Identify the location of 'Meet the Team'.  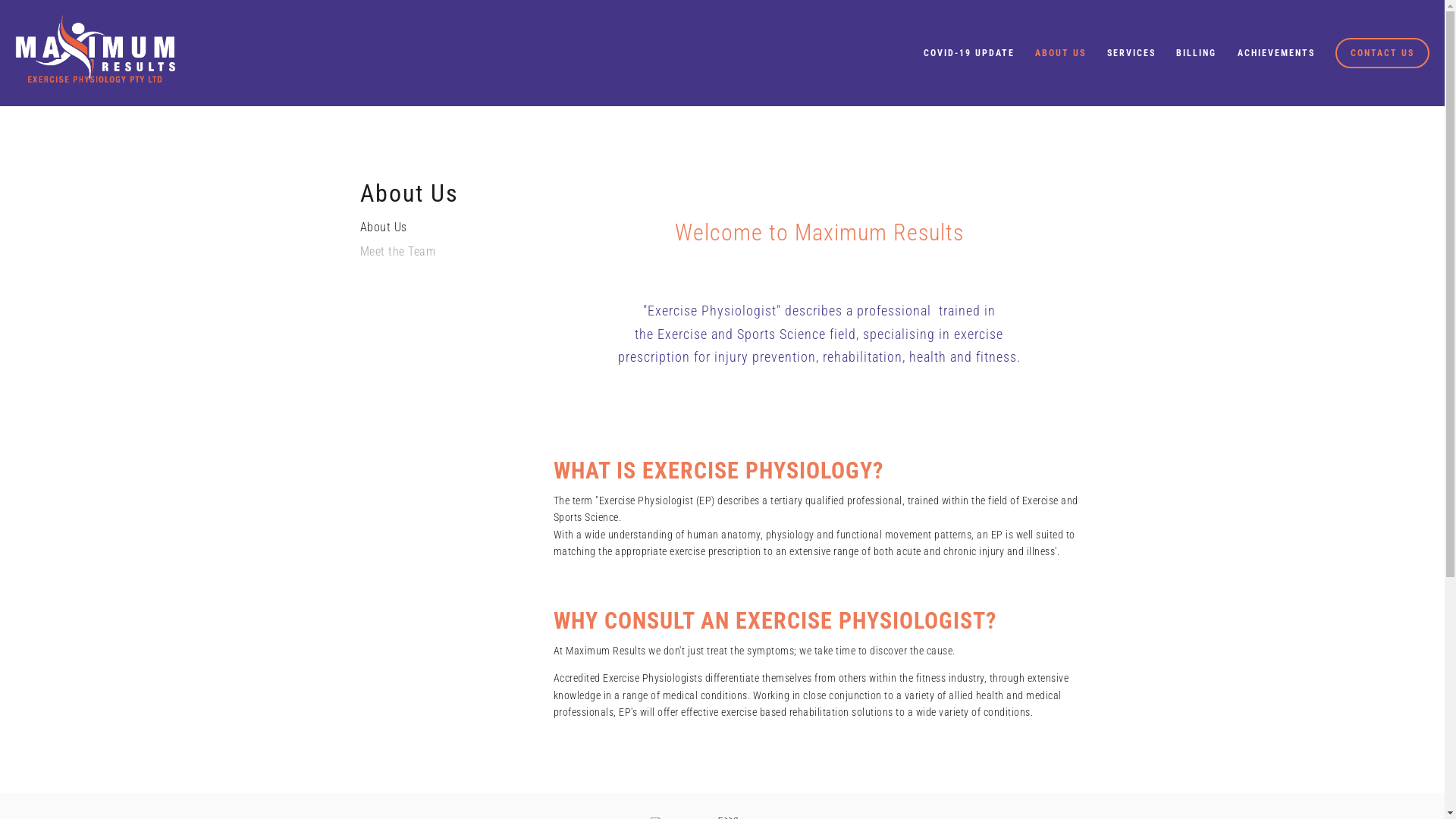
(359, 256).